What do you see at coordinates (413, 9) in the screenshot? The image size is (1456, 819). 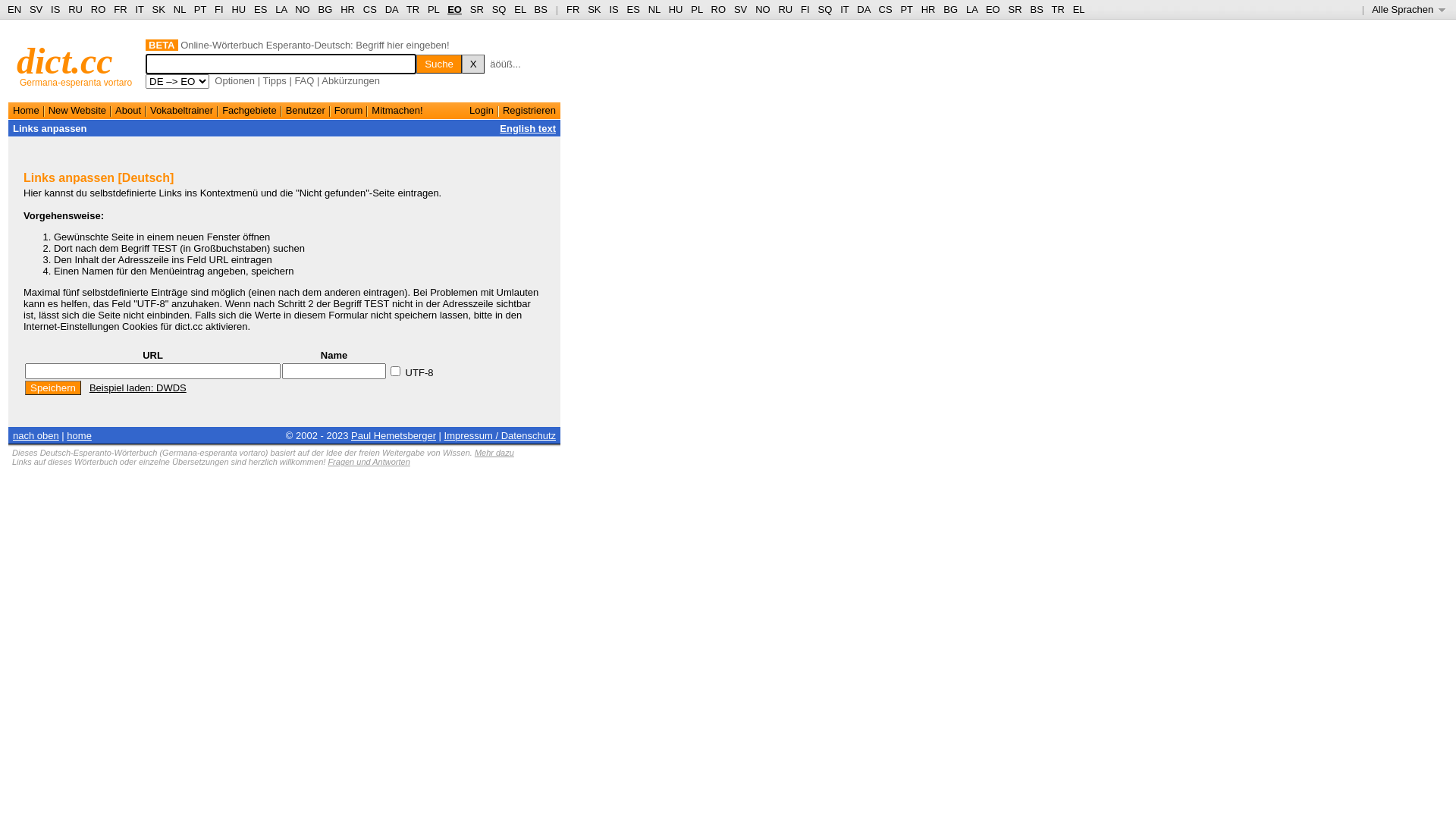 I see `'TR'` at bounding box center [413, 9].